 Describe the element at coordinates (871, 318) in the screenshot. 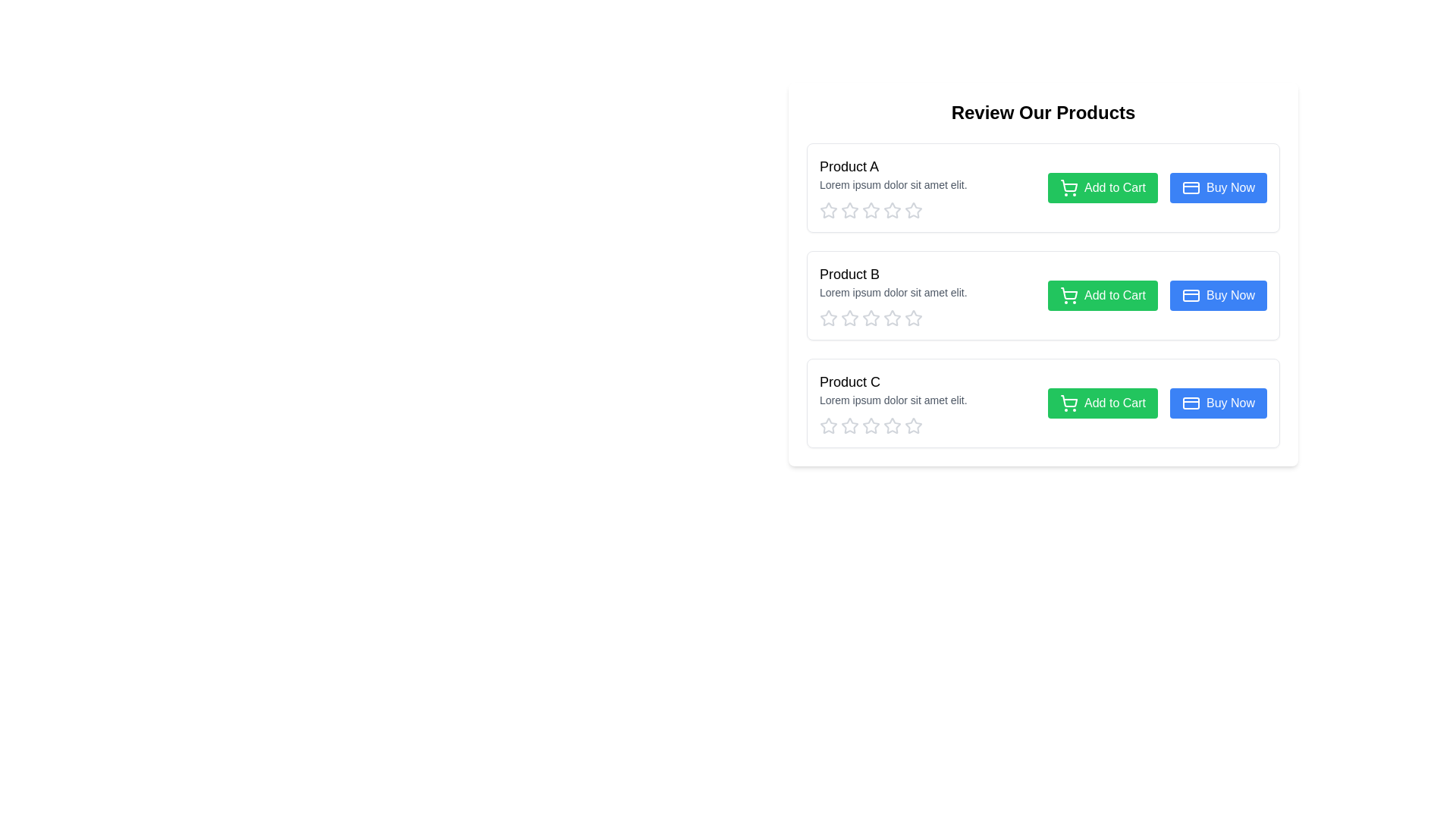

I see `the fourth star icon in the horizontal rating bar of the second product card to rate the product with a score of 4` at that location.